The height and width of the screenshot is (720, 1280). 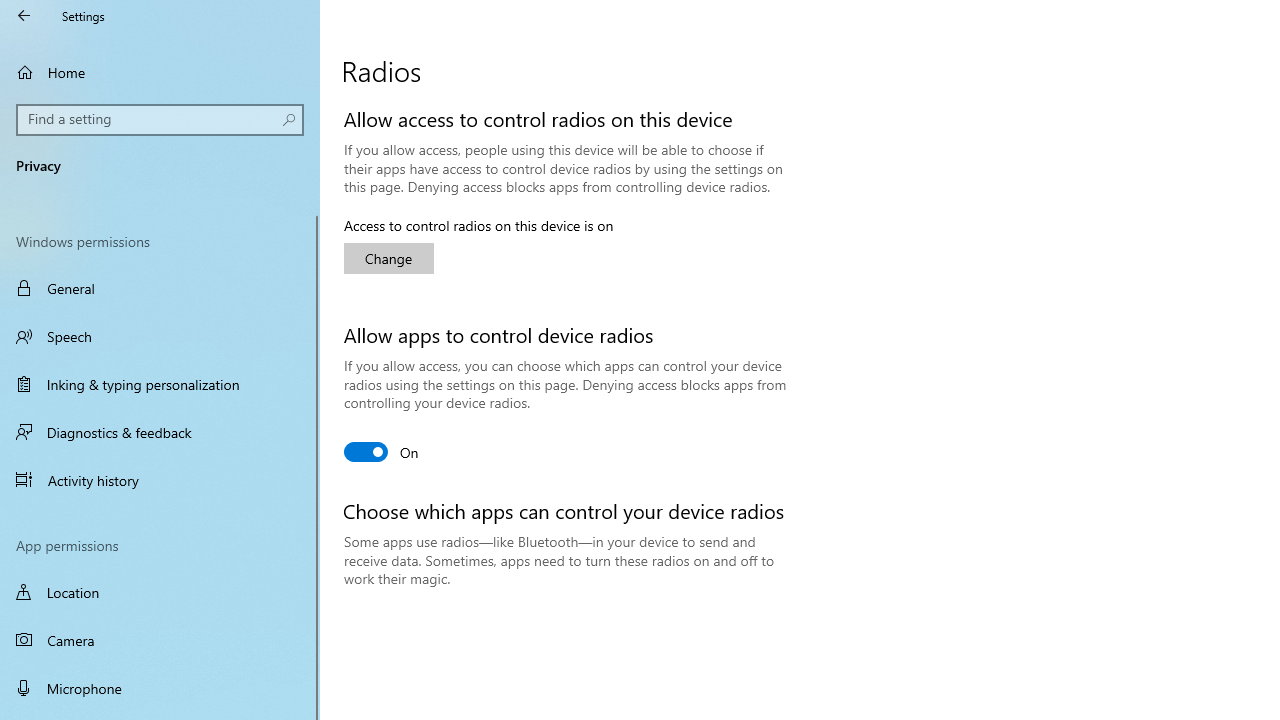 What do you see at coordinates (160, 686) in the screenshot?
I see `'Microphone'` at bounding box center [160, 686].